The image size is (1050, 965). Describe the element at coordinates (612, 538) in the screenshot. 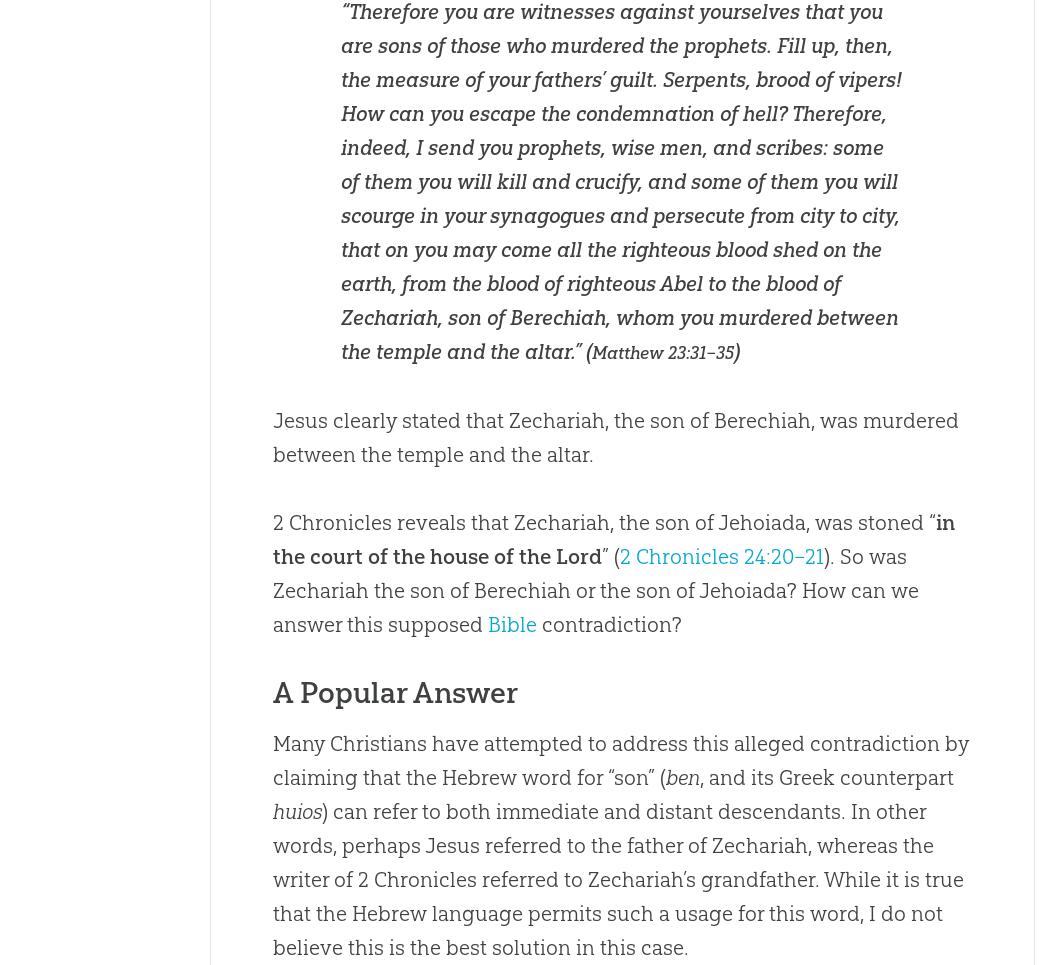

I see `'in the court of the house of the Lord'` at that location.